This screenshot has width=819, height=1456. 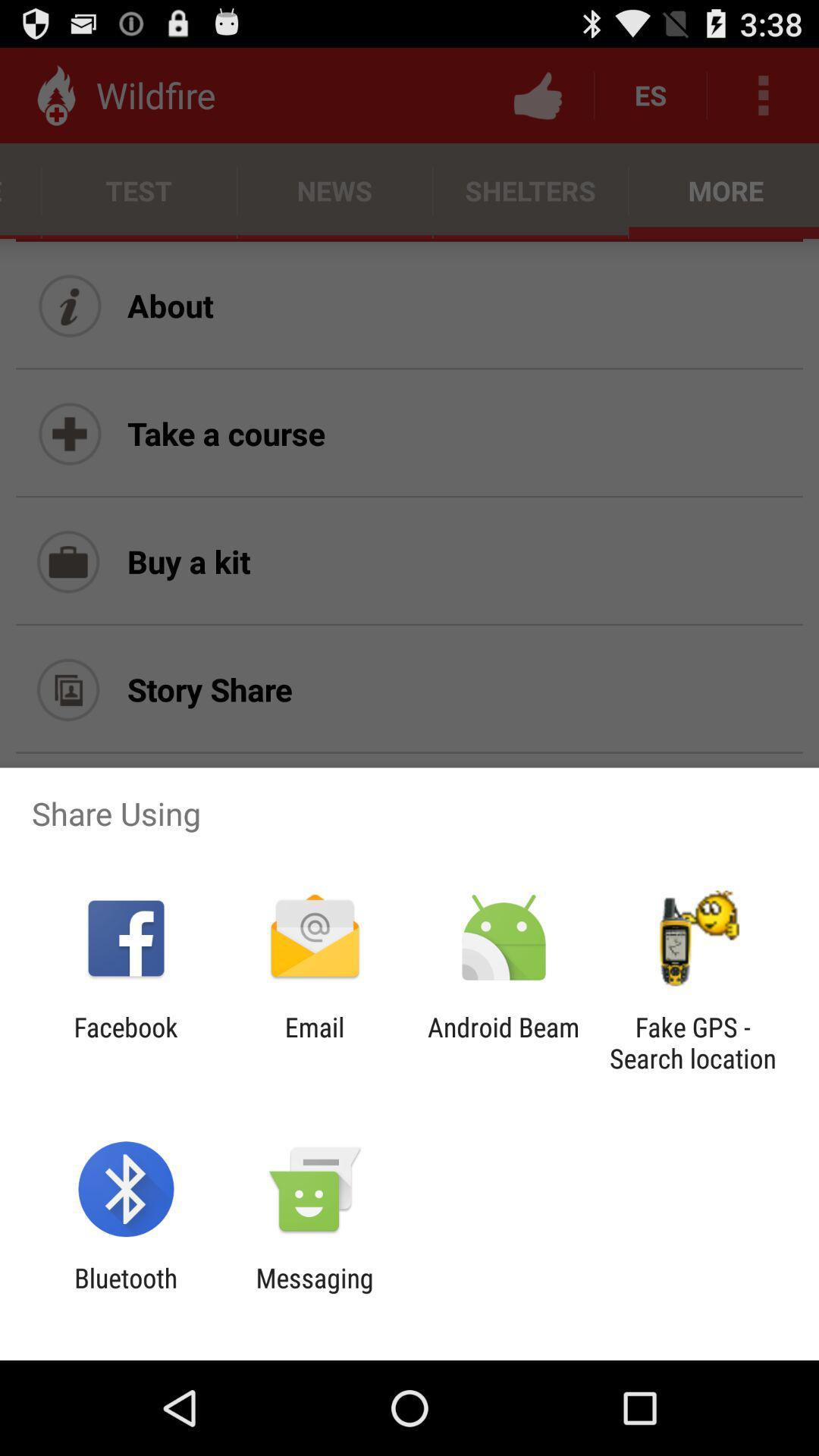 What do you see at coordinates (692, 1042) in the screenshot?
I see `icon next to the android beam app` at bounding box center [692, 1042].